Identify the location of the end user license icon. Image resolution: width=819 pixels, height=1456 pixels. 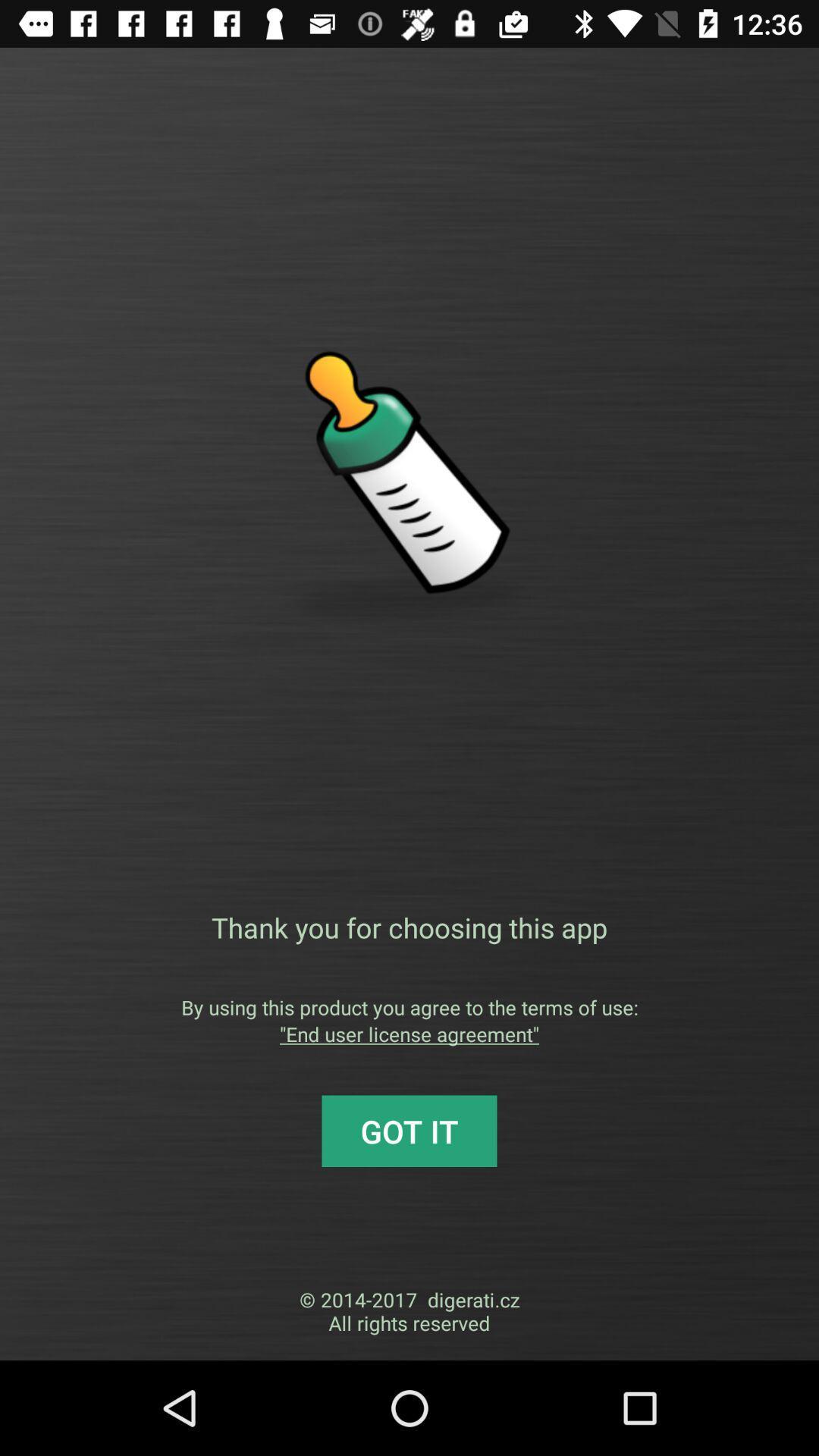
(409, 1033).